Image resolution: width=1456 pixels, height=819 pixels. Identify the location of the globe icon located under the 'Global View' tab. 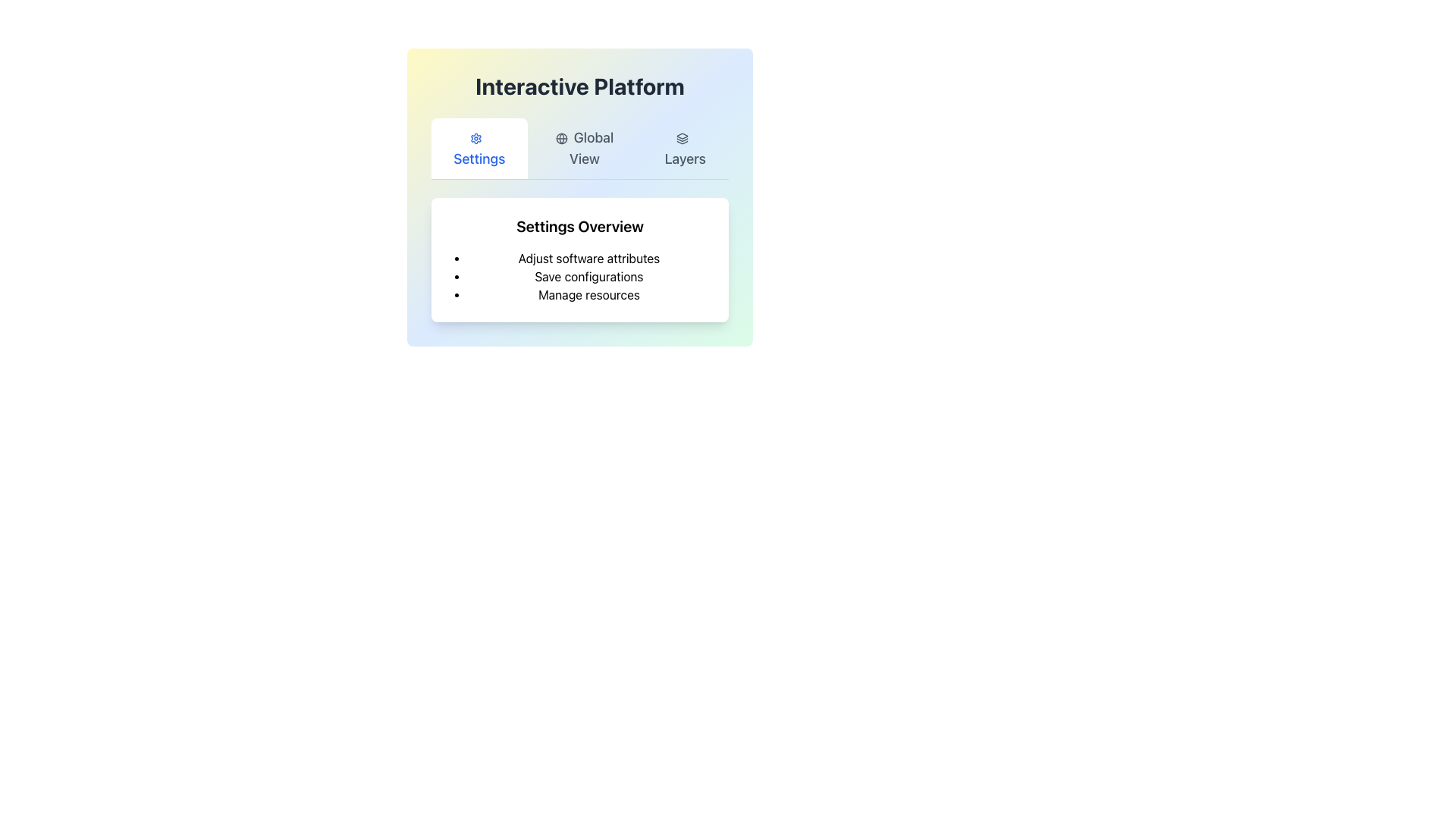
(560, 139).